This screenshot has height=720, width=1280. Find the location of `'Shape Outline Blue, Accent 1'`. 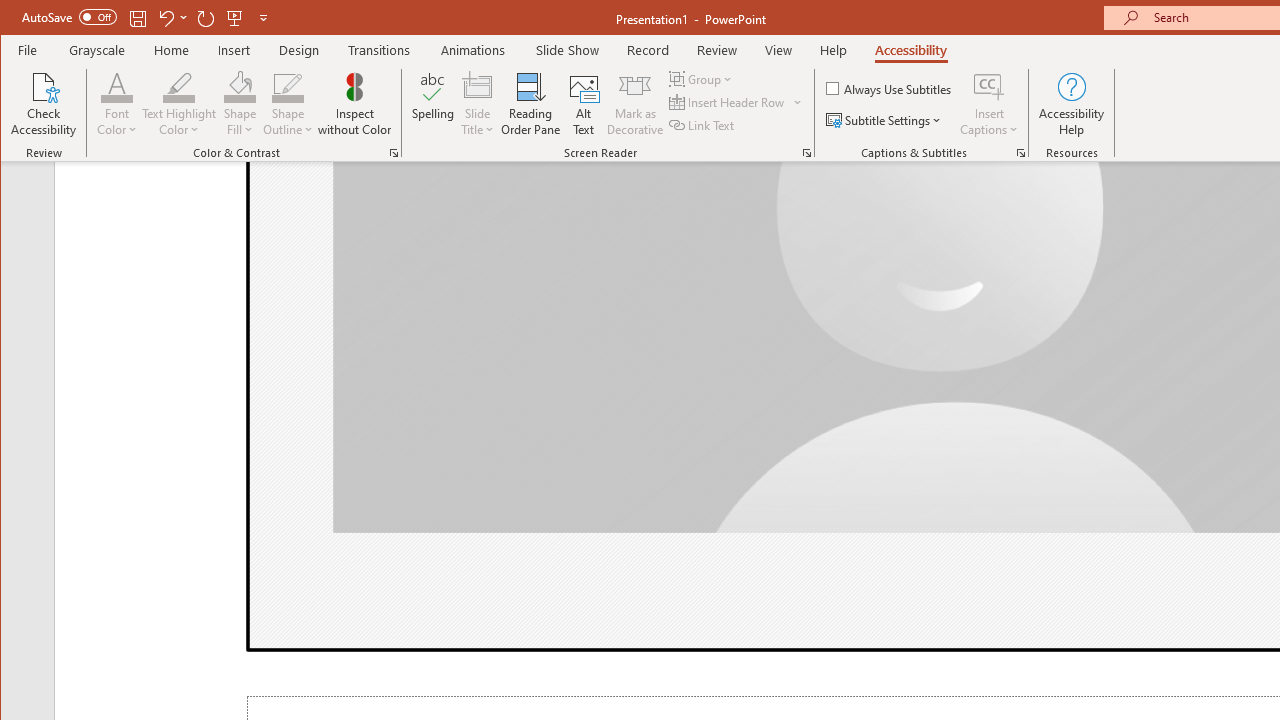

'Shape Outline Blue, Accent 1' is located at coordinates (287, 85).